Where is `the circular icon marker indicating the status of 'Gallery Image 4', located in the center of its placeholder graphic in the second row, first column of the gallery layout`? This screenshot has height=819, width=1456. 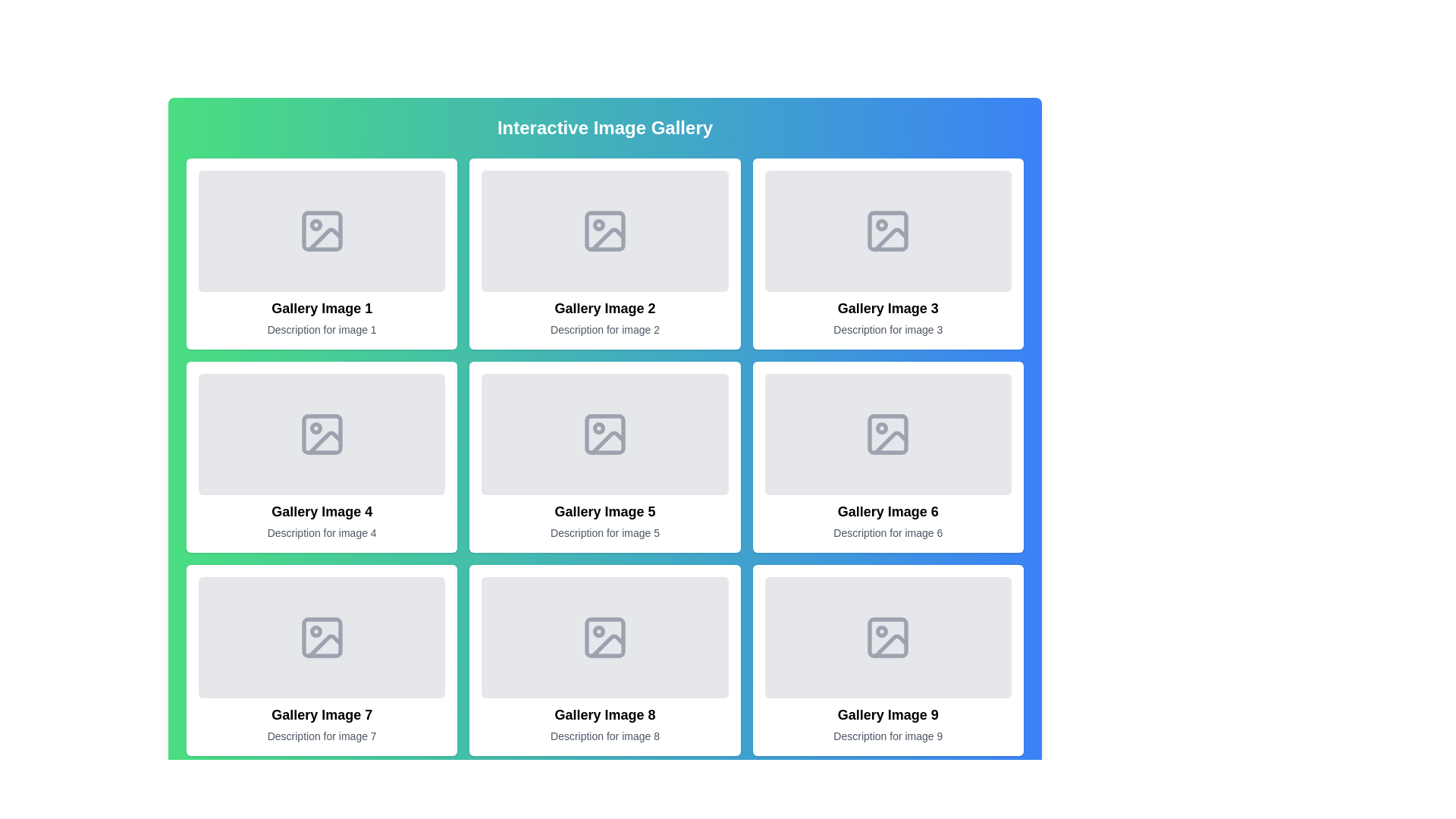 the circular icon marker indicating the status of 'Gallery Image 4', located in the center of its placeholder graphic in the second row, first column of the gallery layout is located at coordinates (315, 428).